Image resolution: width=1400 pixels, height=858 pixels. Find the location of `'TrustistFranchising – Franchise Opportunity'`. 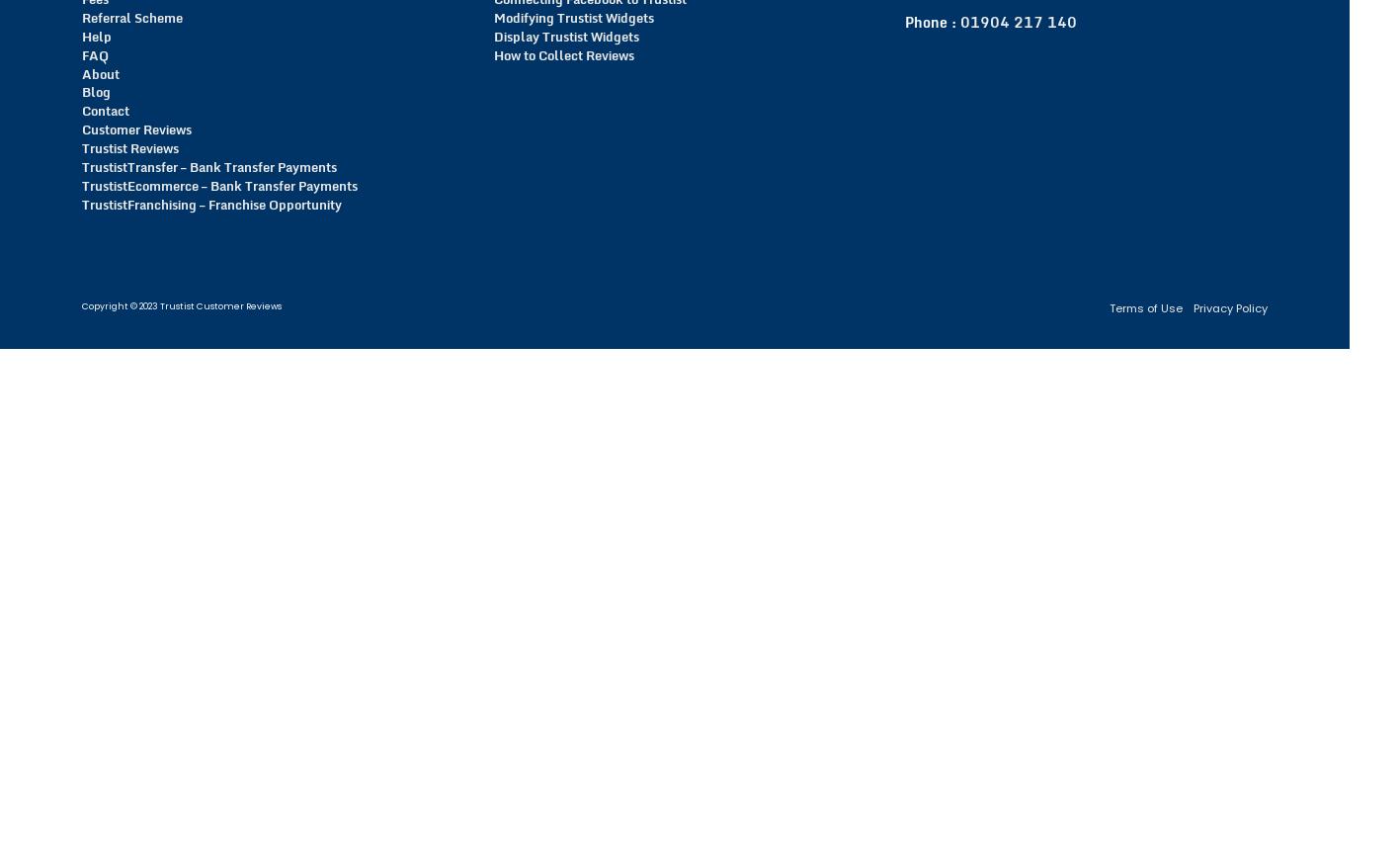

'TrustistFranchising – Franchise Opportunity' is located at coordinates (81, 203).